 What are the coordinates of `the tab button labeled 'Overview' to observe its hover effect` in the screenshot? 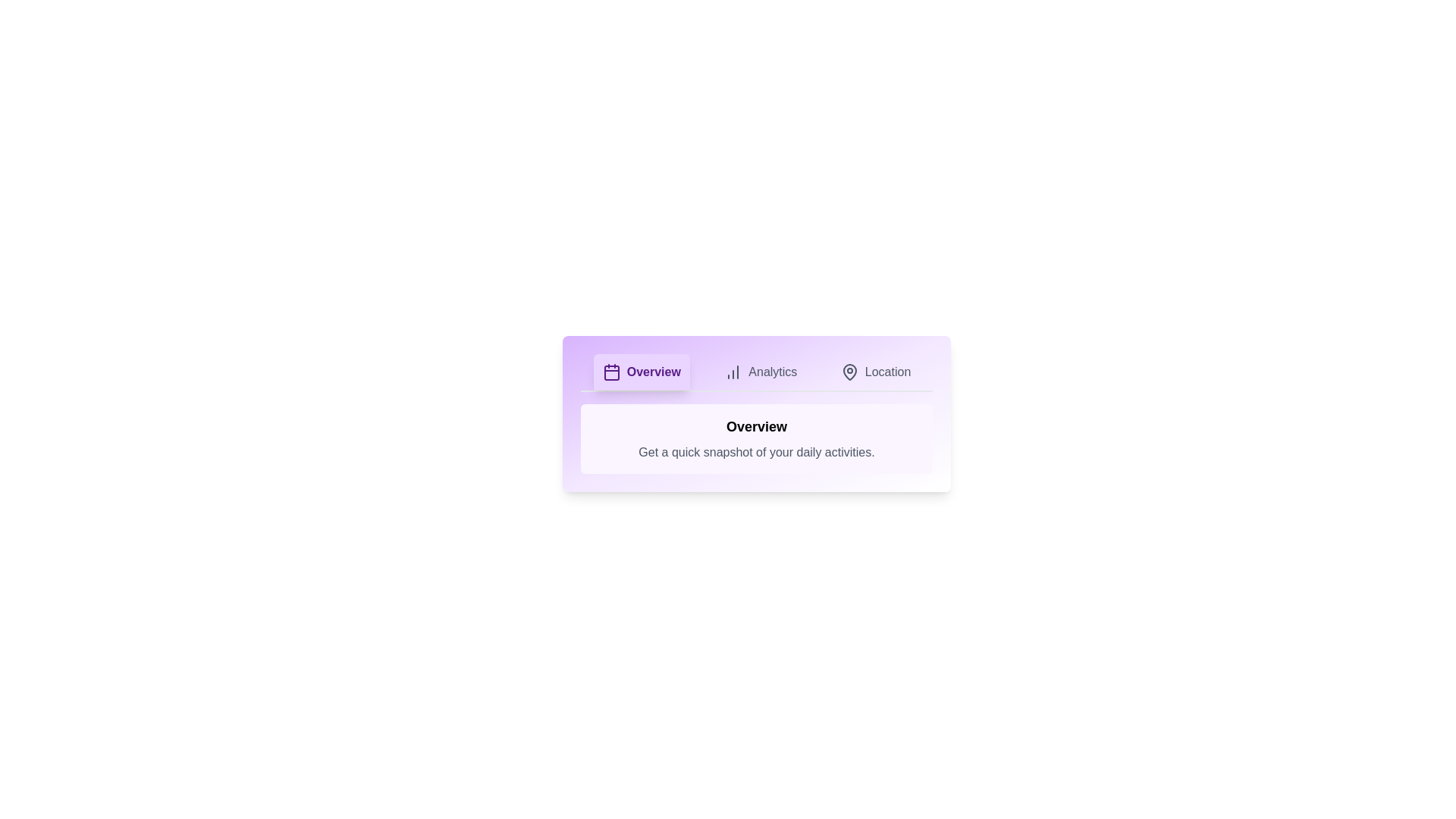 It's located at (641, 372).